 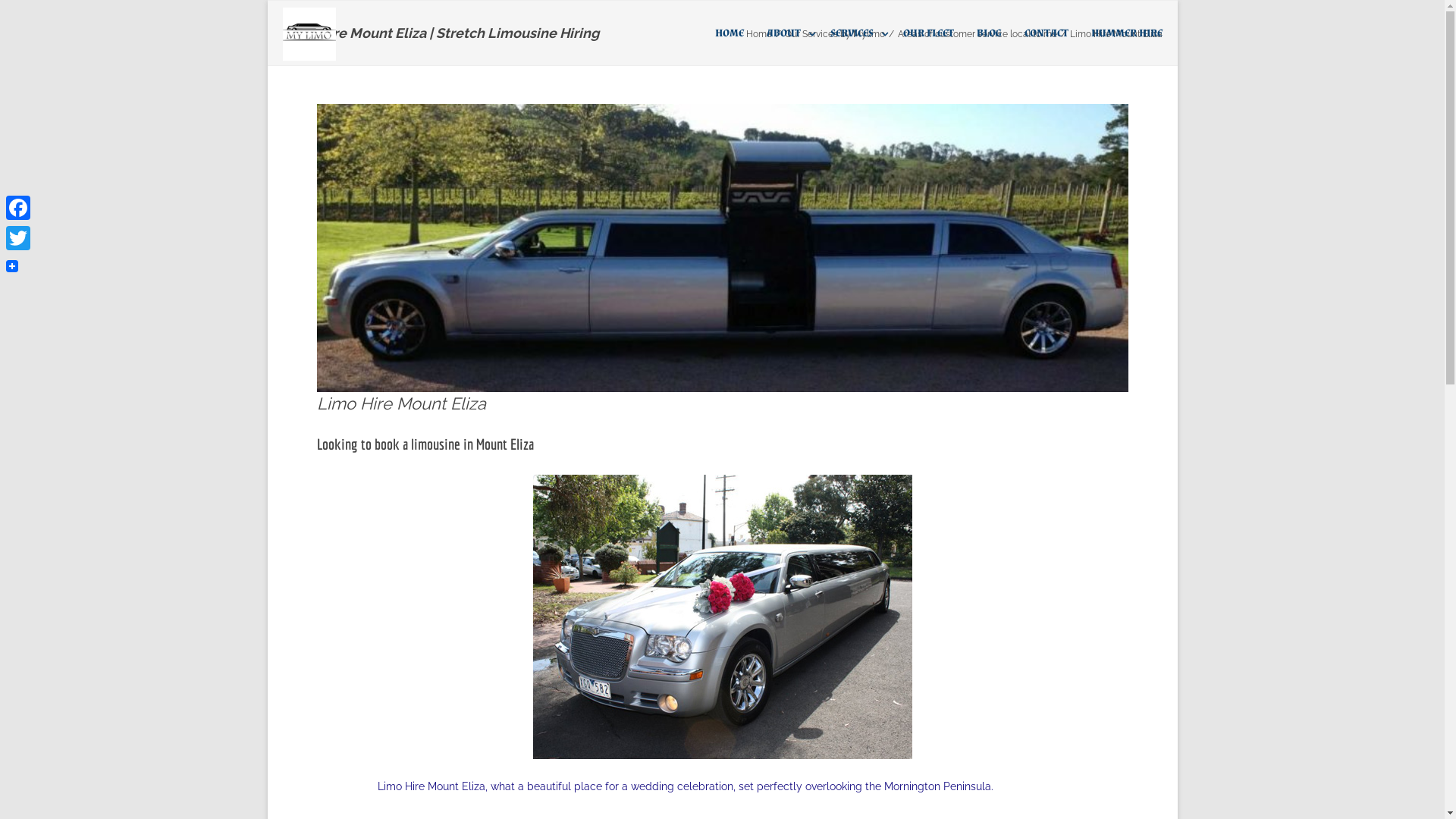 What do you see at coordinates (312, 34) in the screenshot?
I see `'My Limo'` at bounding box center [312, 34].